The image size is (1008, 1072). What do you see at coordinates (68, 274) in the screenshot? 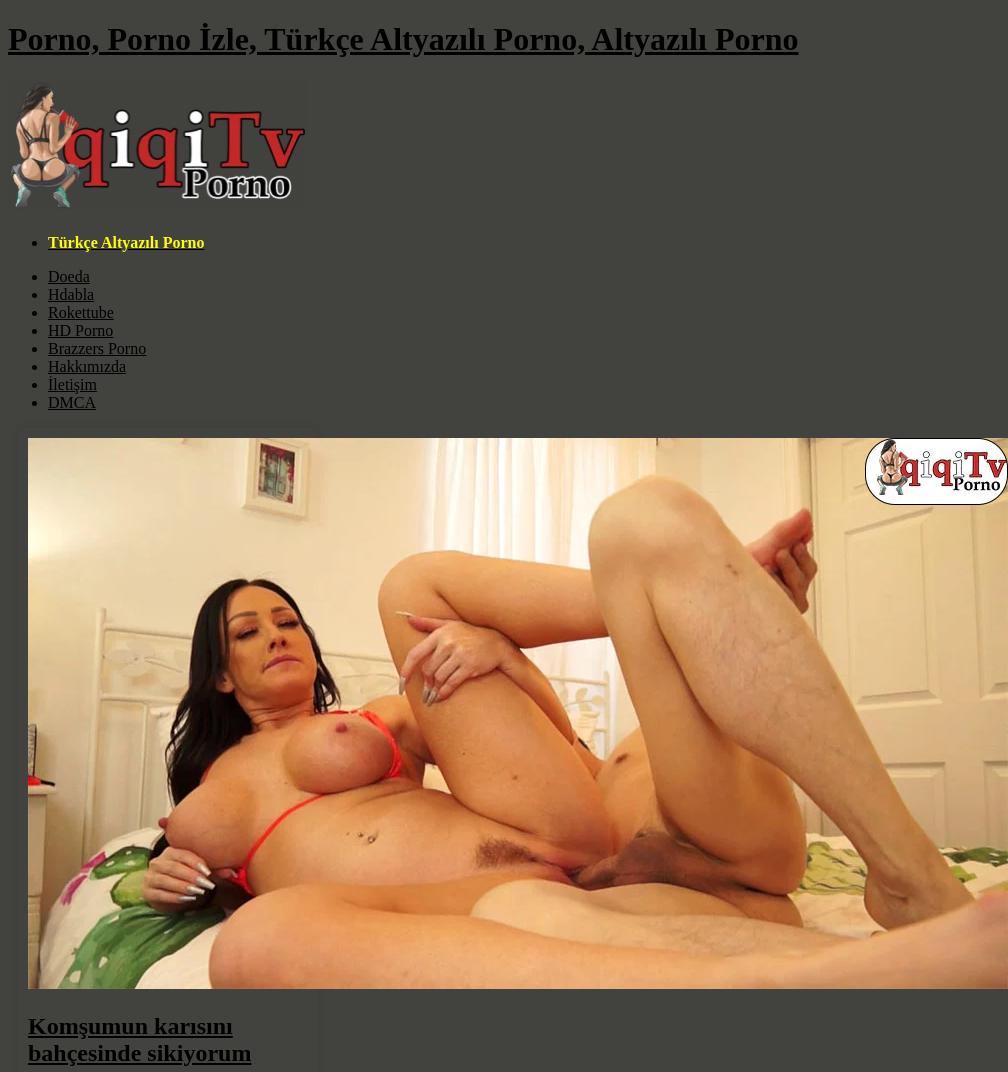
I see `'Doeda'` at bounding box center [68, 274].